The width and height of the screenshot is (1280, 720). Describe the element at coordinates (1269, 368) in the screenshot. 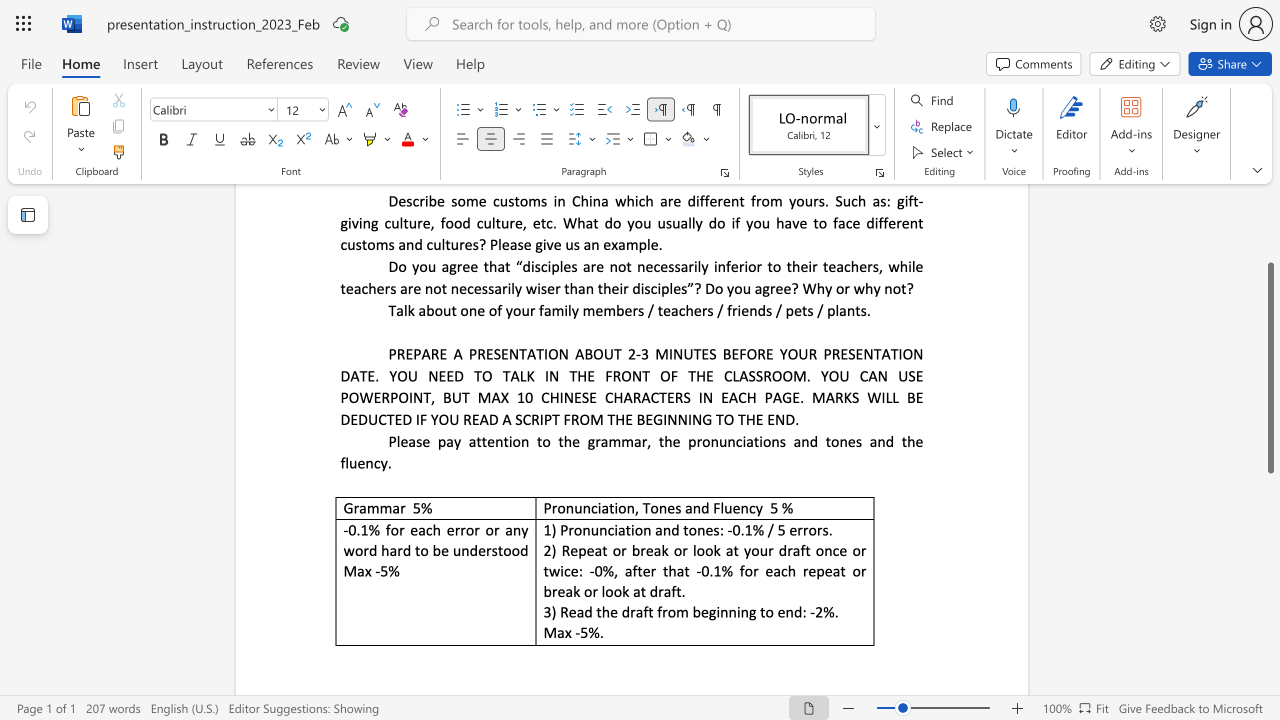

I see `the scrollbar and move down 480 pixels` at that location.